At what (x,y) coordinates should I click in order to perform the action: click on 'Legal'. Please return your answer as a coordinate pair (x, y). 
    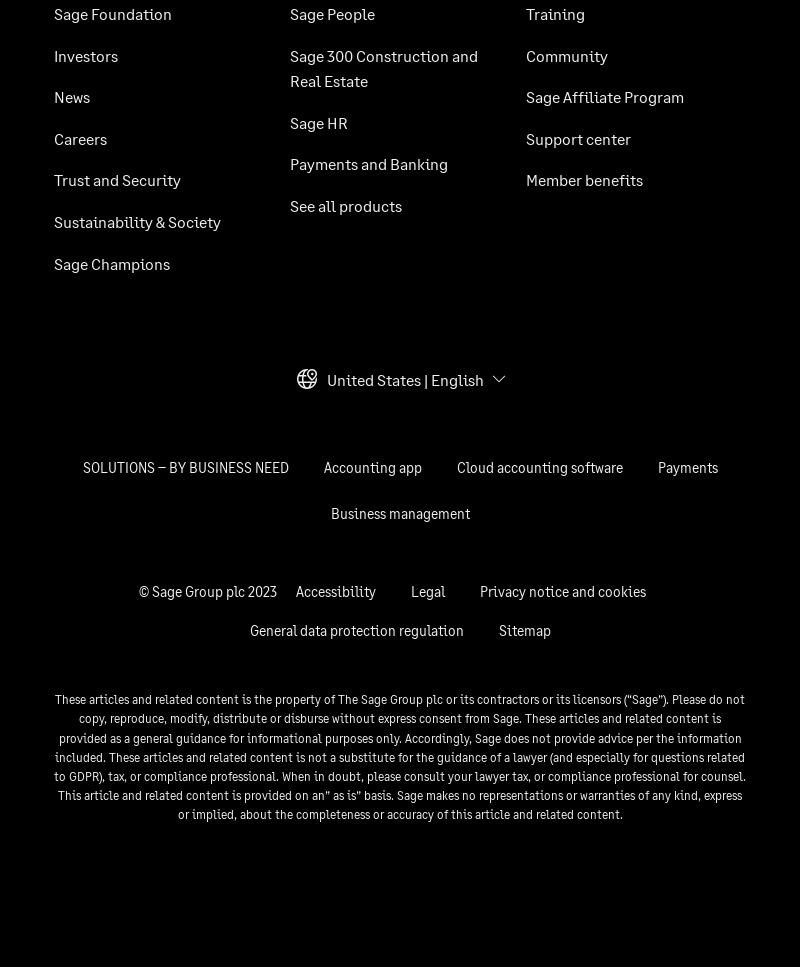
    Looking at the image, I should click on (426, 590).